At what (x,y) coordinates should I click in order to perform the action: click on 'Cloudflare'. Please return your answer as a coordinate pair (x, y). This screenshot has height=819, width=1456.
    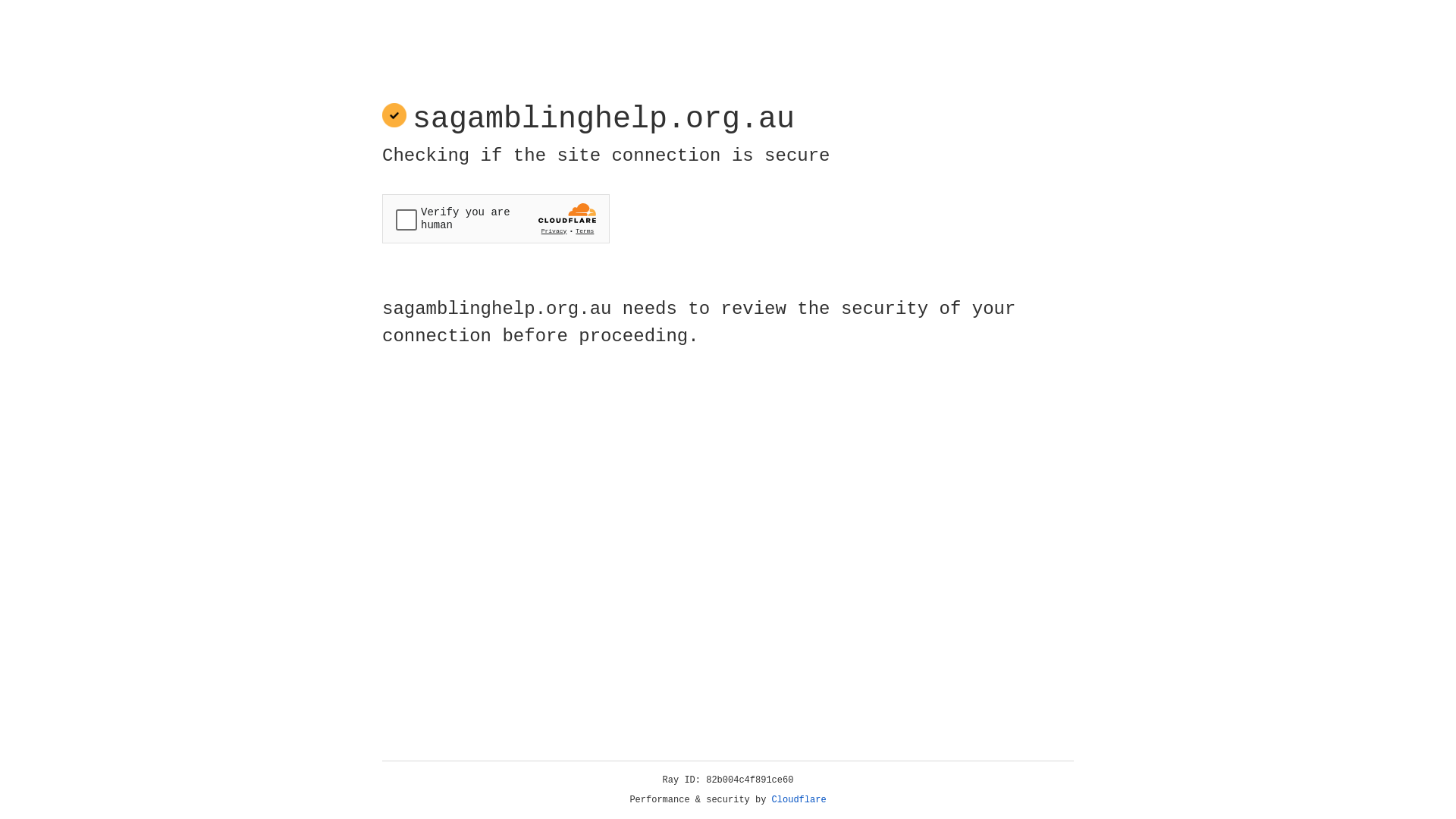
    Looking at the image, I should click on (799, 799).